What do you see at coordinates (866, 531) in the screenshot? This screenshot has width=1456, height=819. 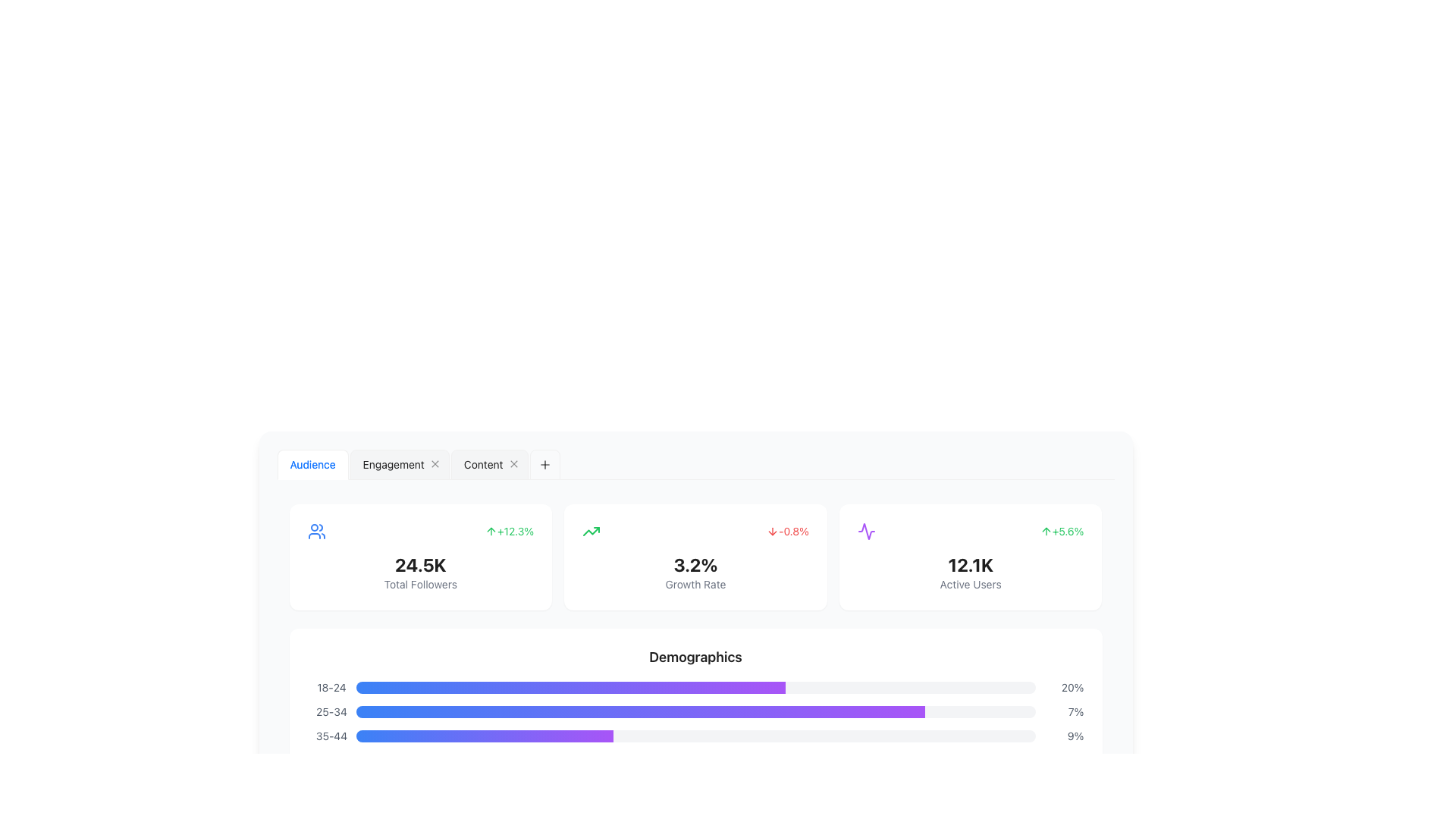 I see `the purple sinusoidal waveform Decorative SVG icon located in the small square box of the fourth card labeled '12.1K Active Users'` at bounding box center [866, 531].